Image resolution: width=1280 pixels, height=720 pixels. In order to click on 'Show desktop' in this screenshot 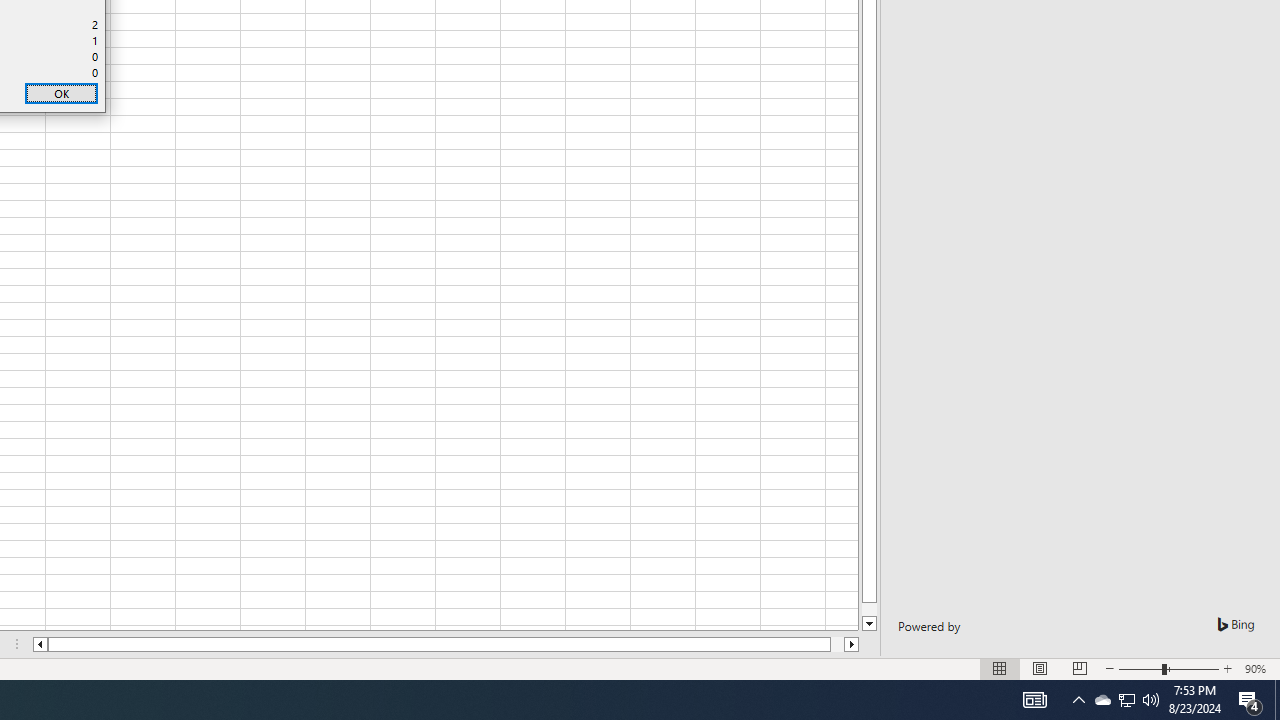, I will do `click(1276, 698)`.